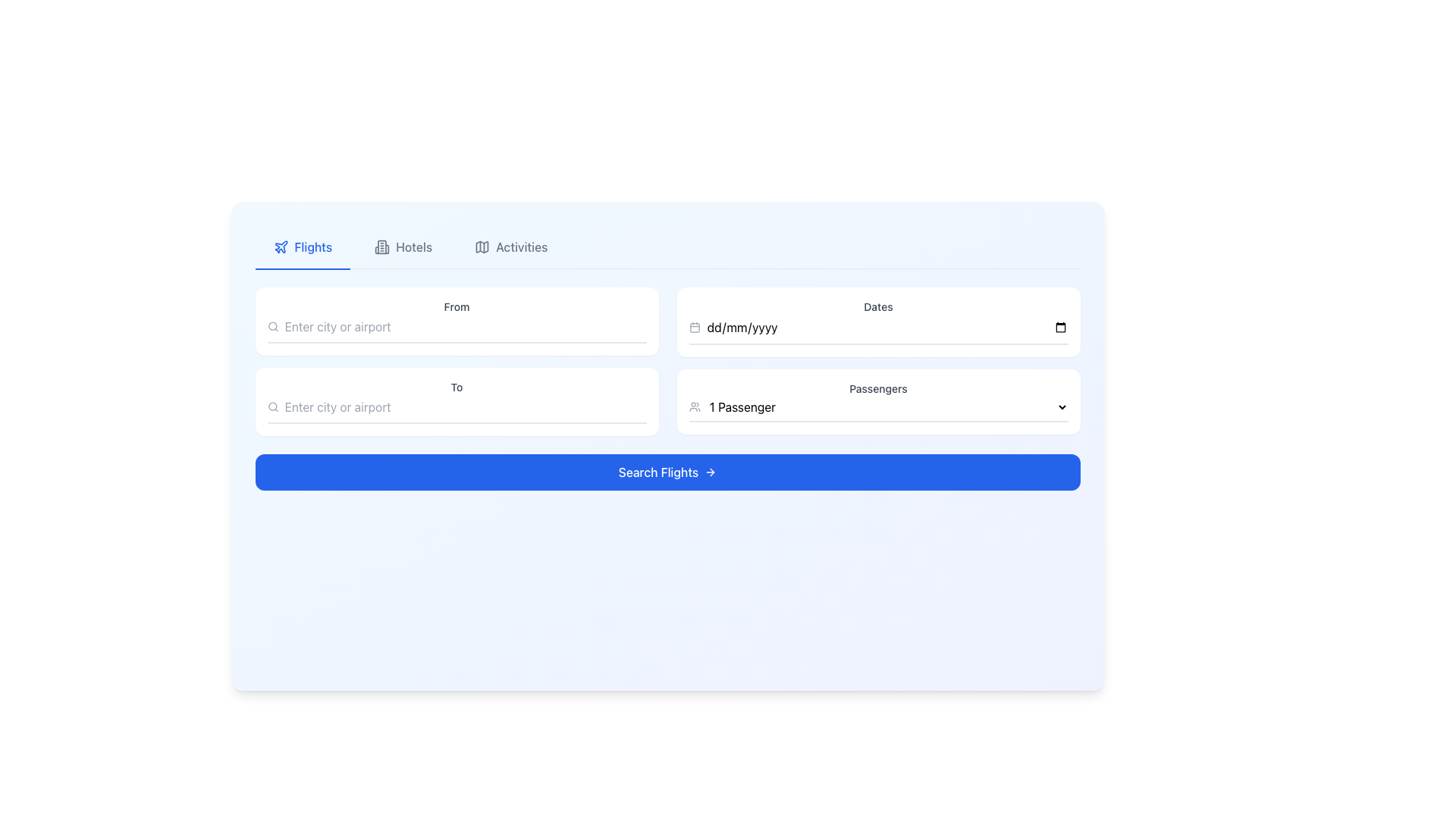 This screenshot has height=819, width=1456. I want to click on the 'Activities' text label in the navigation bar, so click(521, 246).